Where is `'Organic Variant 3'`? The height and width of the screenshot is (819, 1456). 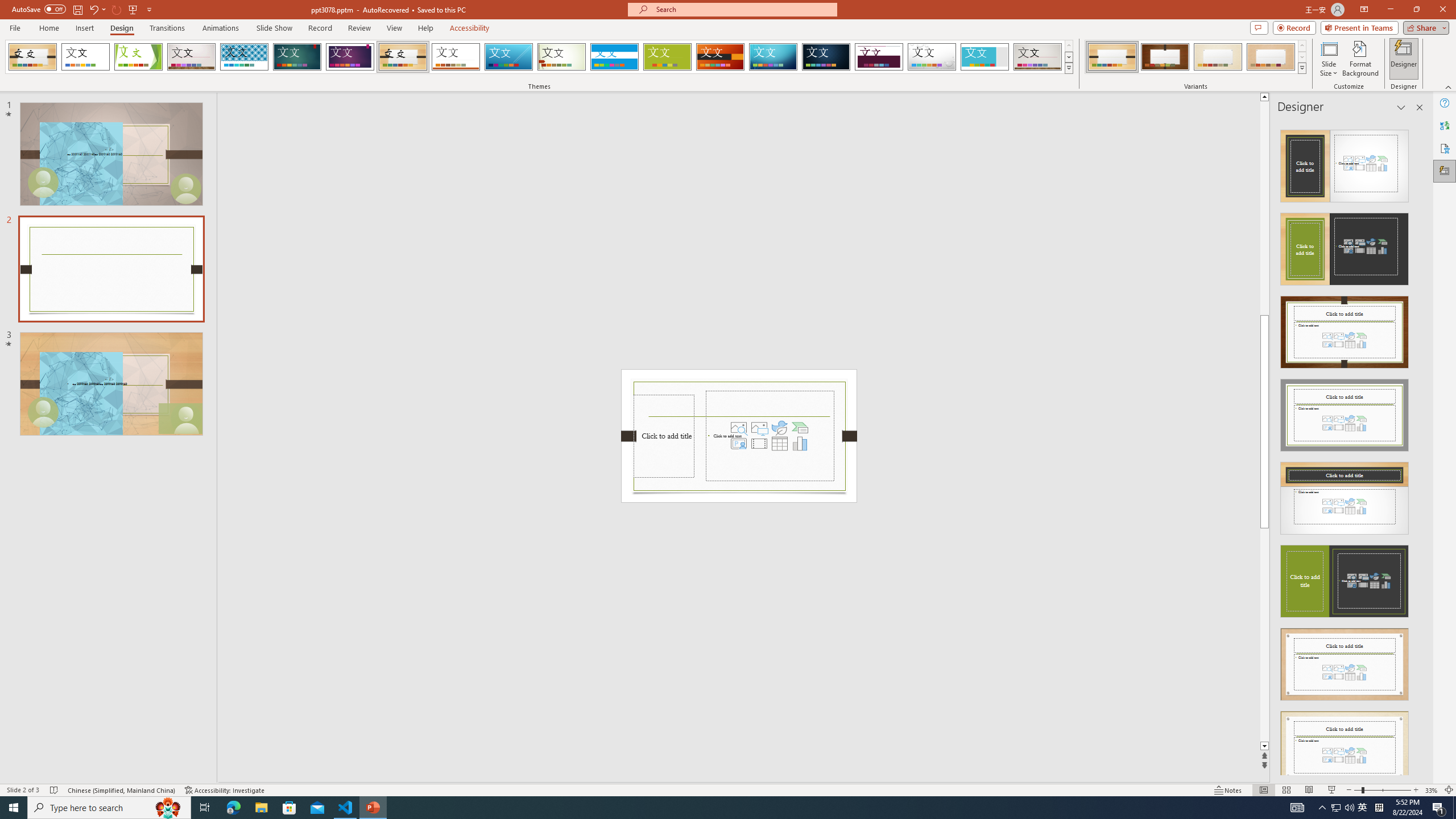 'Organic Variant 3' is located at coordinates (1217, 56).